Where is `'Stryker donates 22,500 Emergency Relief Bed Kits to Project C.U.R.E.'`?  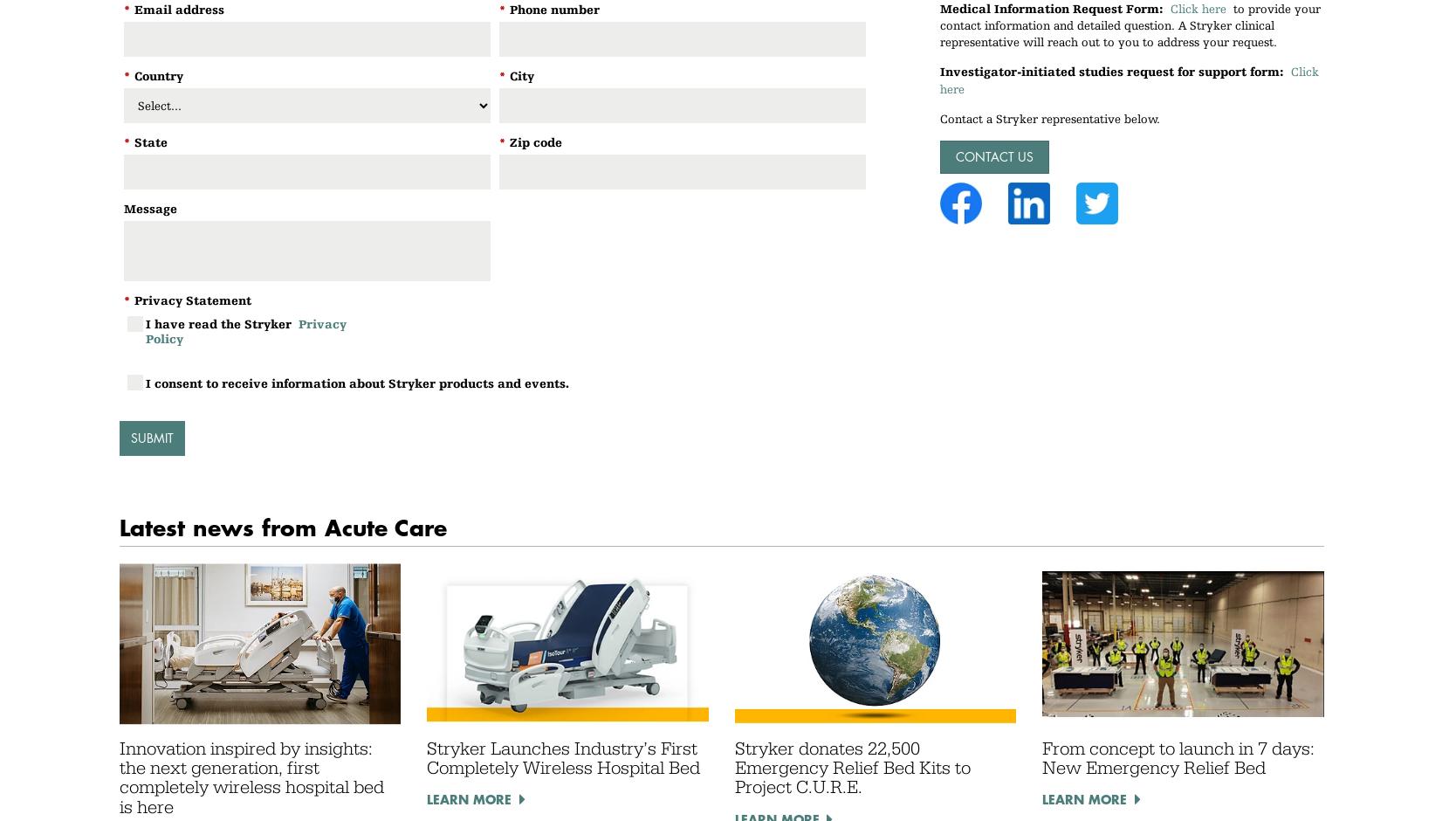 'Stryker donates 22,500 Emergency Relief Bed Kits to Project C.U.R.E.' is located at coordinates (851, 767).